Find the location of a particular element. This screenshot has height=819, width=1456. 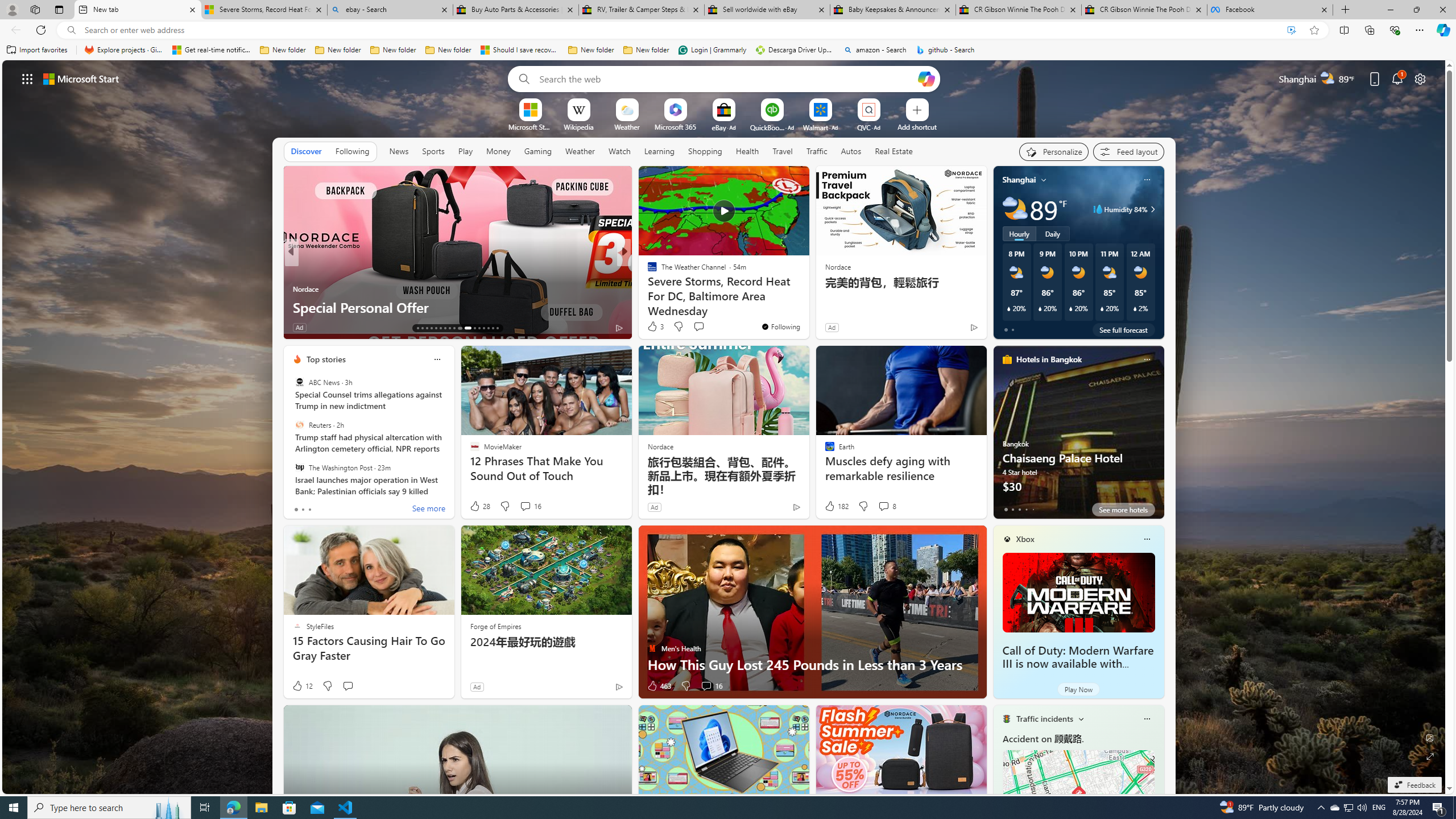

'3 Like' is located at coordinates (655, 325).